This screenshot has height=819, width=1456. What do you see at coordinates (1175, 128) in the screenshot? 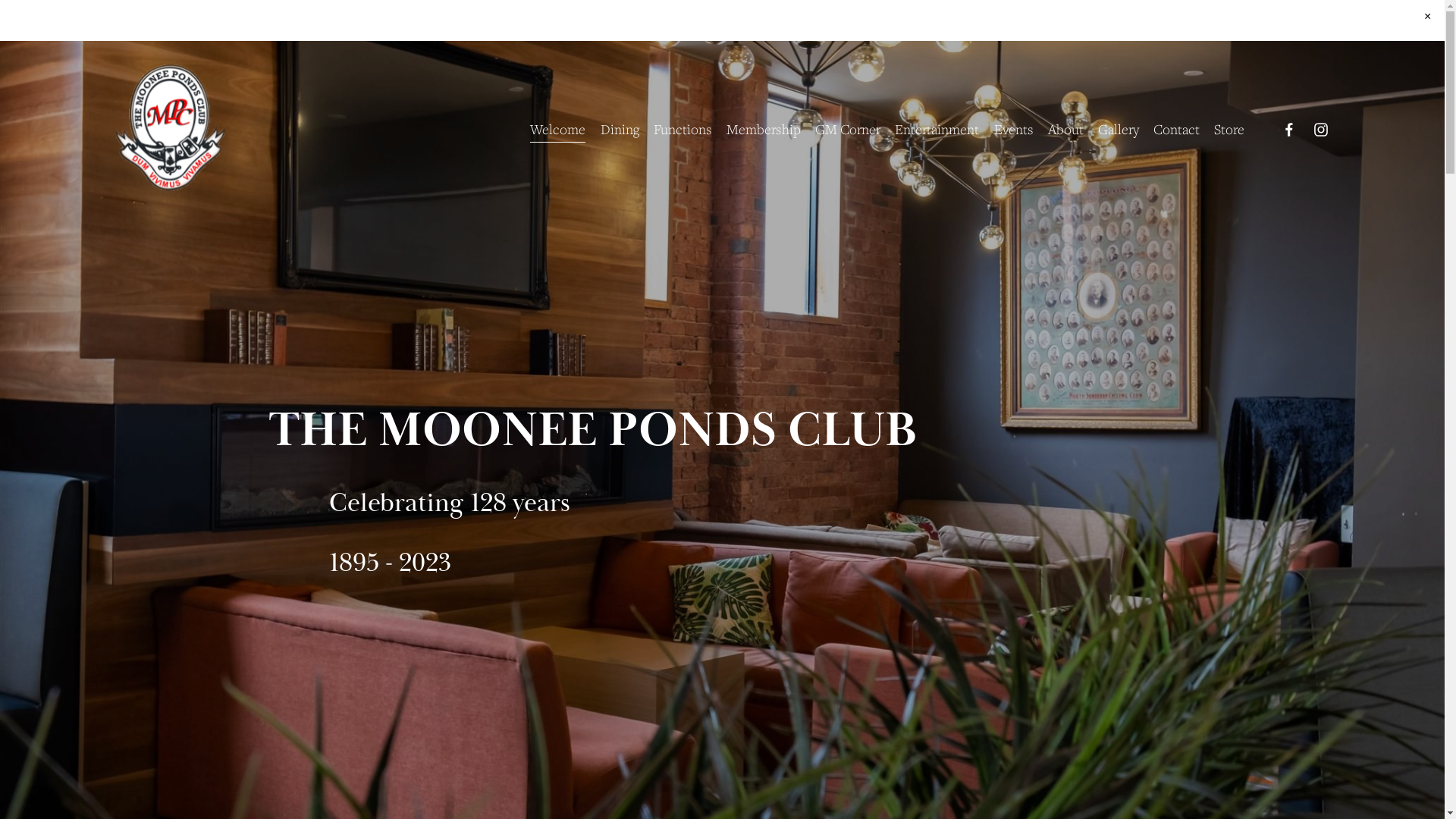
I see `'Contact'` at bounding box center [1175, 128].